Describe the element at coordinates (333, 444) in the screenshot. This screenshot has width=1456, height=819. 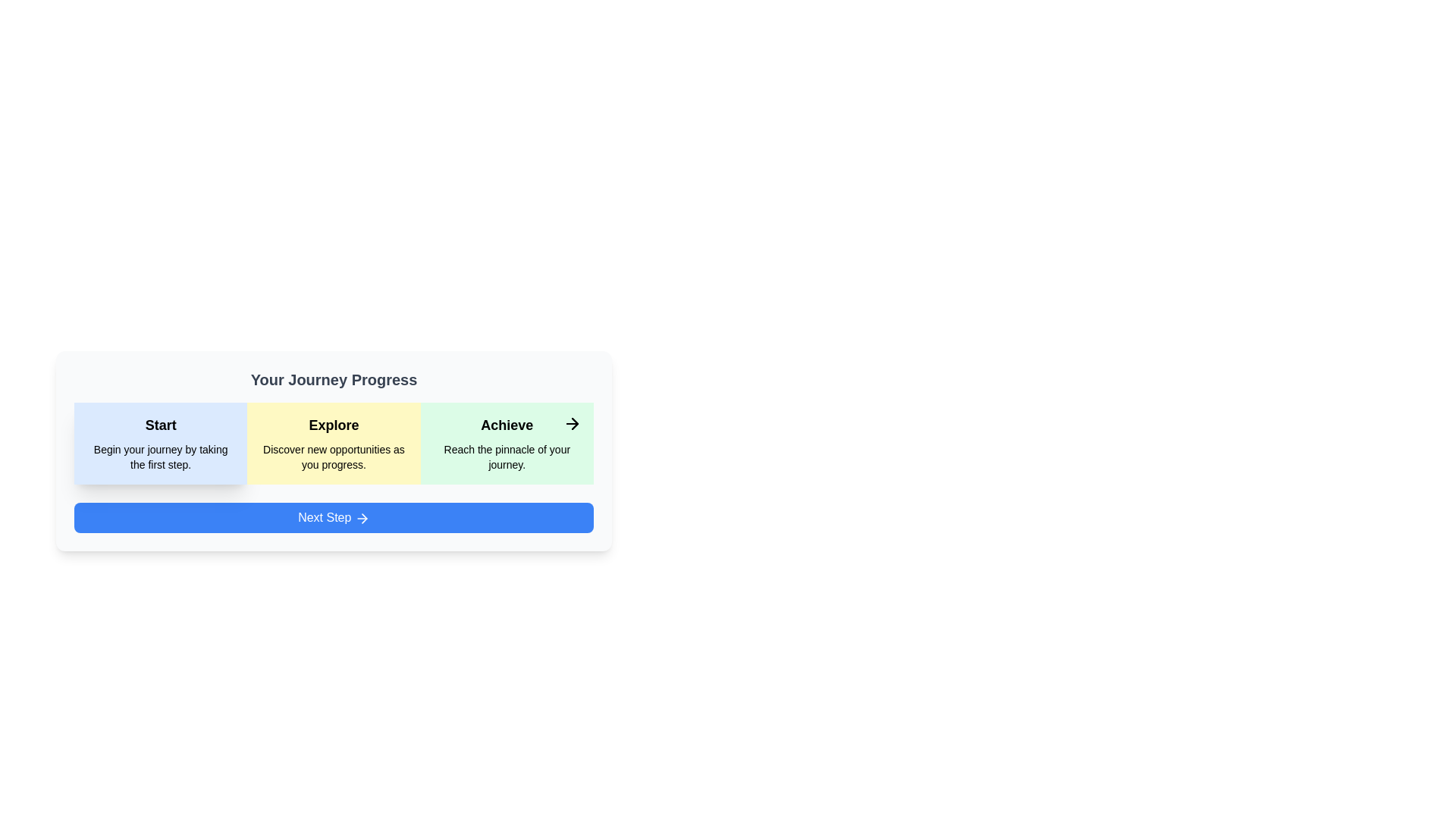
I see `displayed content on the Informational card, which is the second card in a horizontal trio between the 'Start' and 'Achieve' cards` at that location.